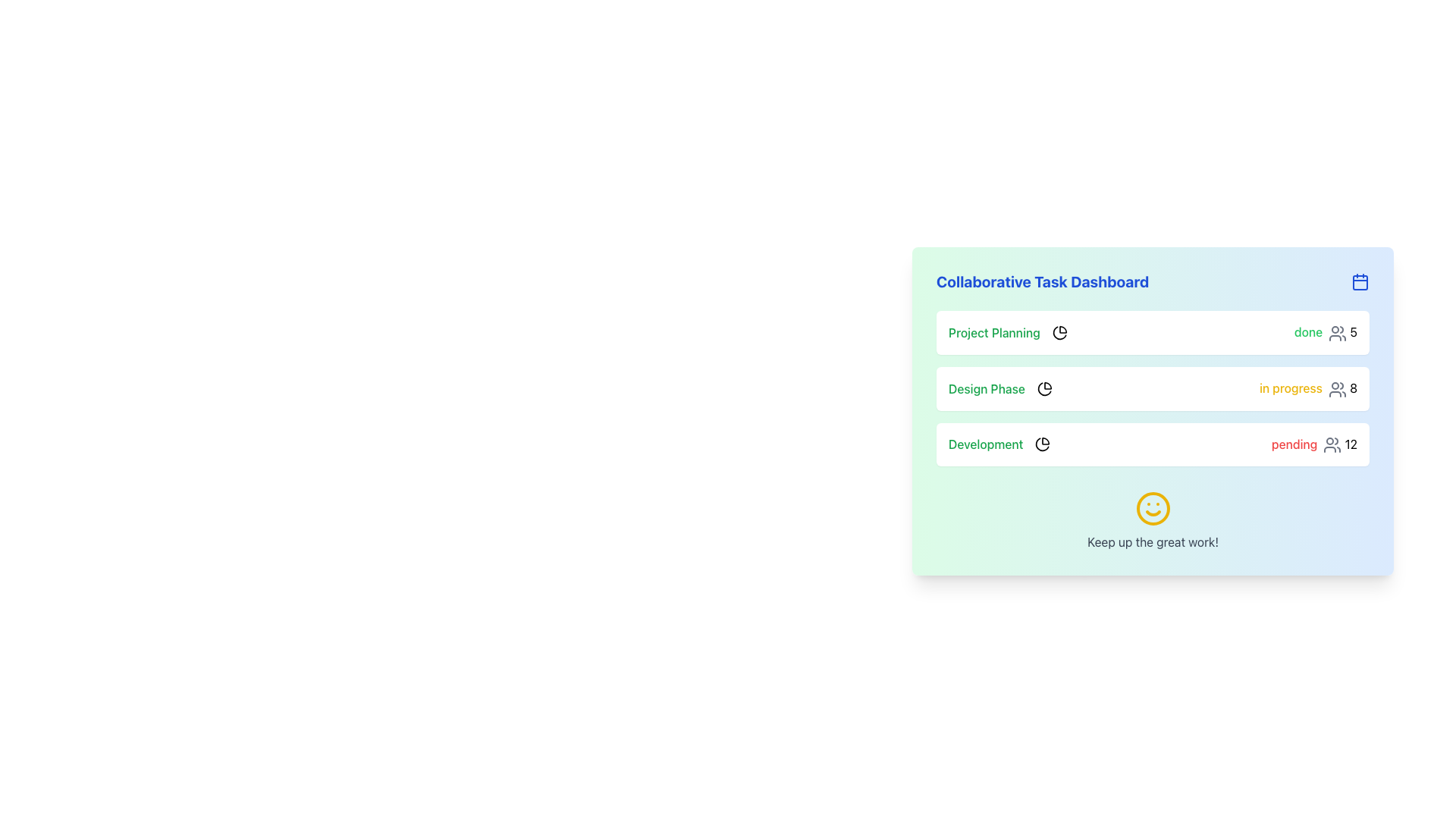 The image size is (1456, 819). What do you see at coordinates (1059, 331) in the screenshot?
I see `the pie chart icon representing data visualization located in the 'Project Planning' row, positioned to the right of the label 'Project Planning' and before the status text 'done'` at bounding box center [1059, 331].